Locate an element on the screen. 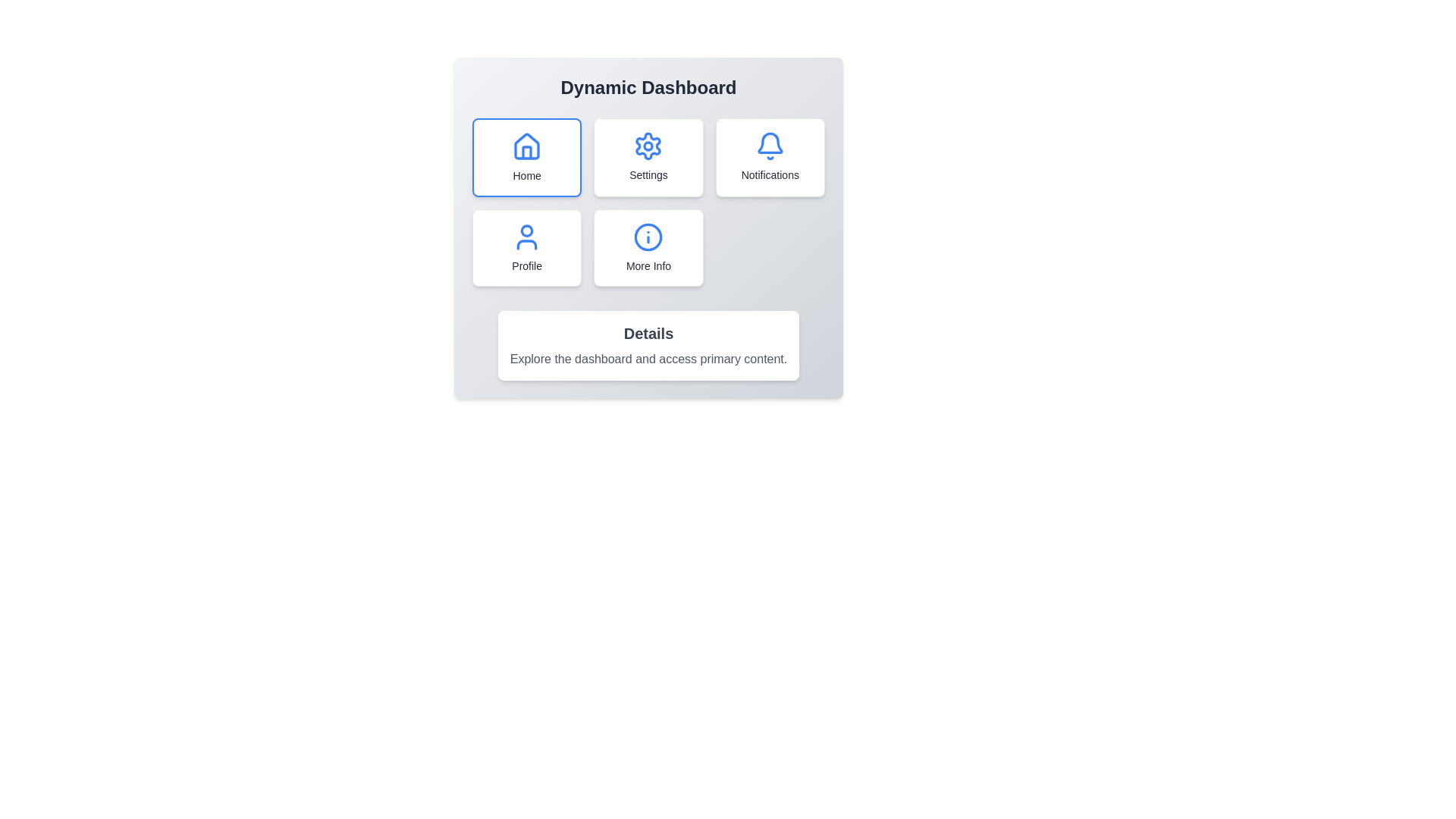 The height and width of the screenshot is (819, 1456). the information icon within the 'More Info' button, which is visually represented by a circular boundary containing an information symbol, located in the second row and third column of the main button grid is located at coordinates (648, 237).